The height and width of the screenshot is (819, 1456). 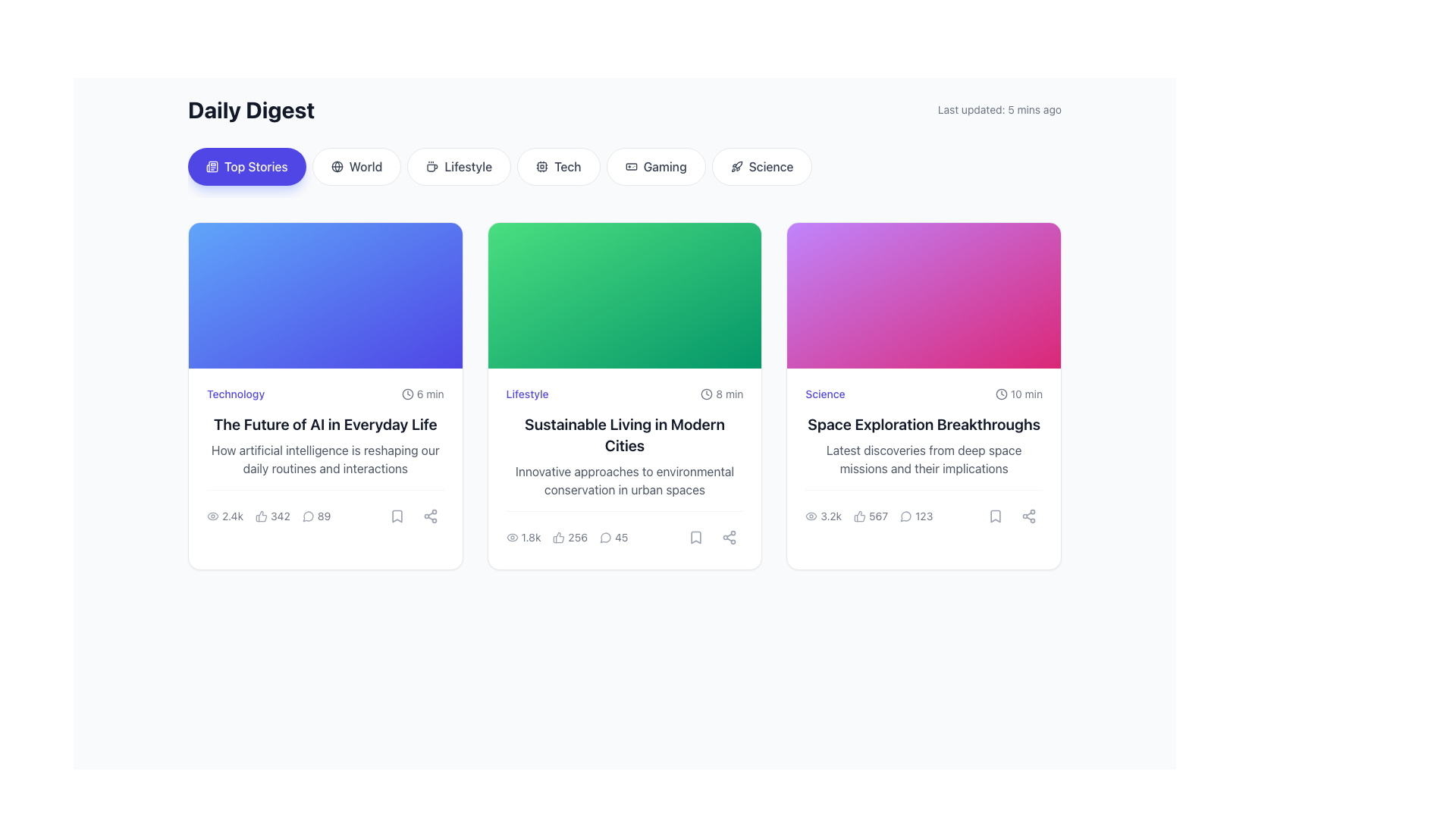 What do you see at coordinates (923, 424) in the screenshot?
I see `the text block displaying the title 'Space Exploration Breakthroughs' in the third card under the category 'Science'` at bounding box center [923, 424].